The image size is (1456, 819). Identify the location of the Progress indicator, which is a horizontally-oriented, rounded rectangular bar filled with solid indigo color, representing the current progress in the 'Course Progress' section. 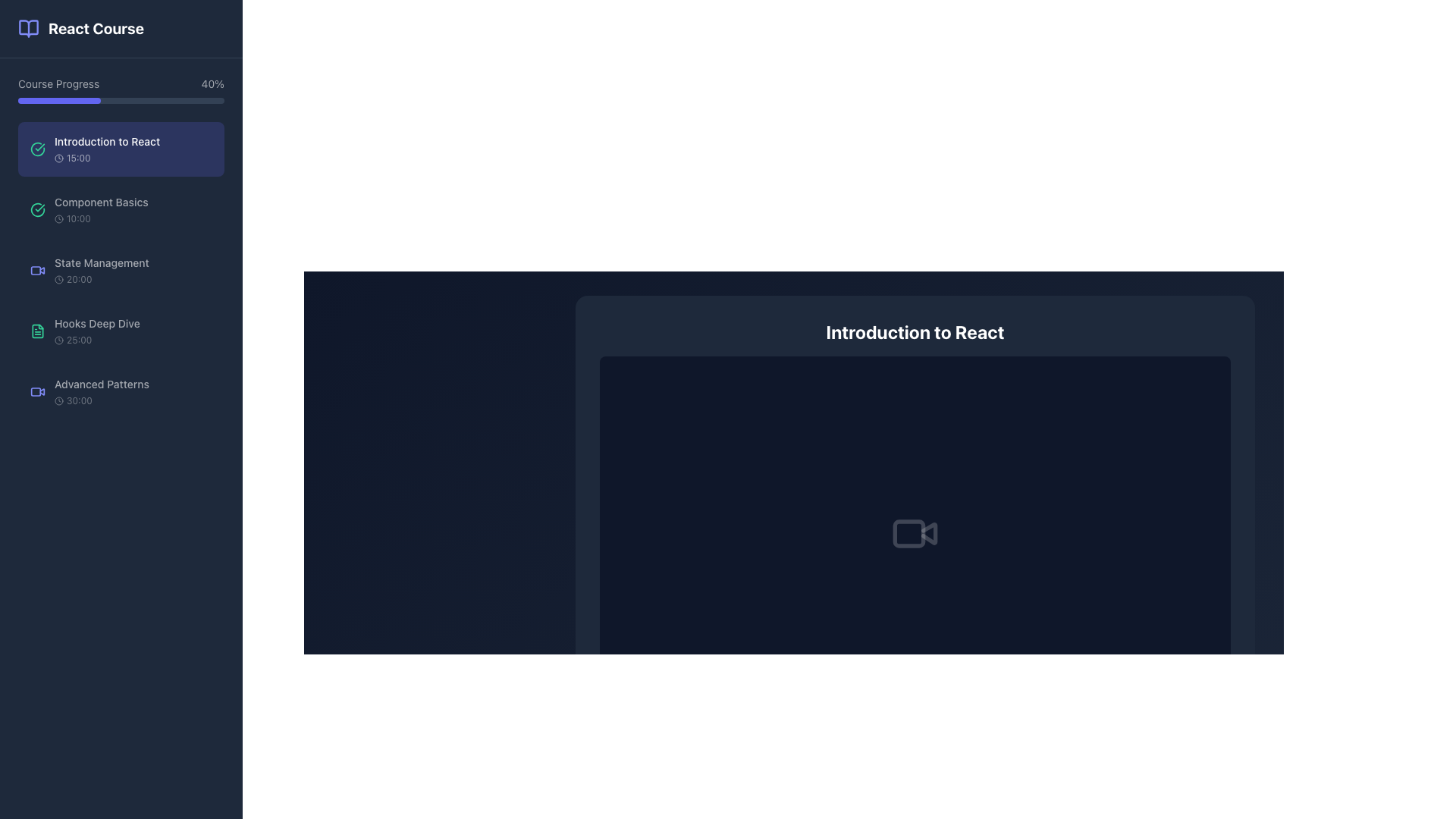
(59, 100).